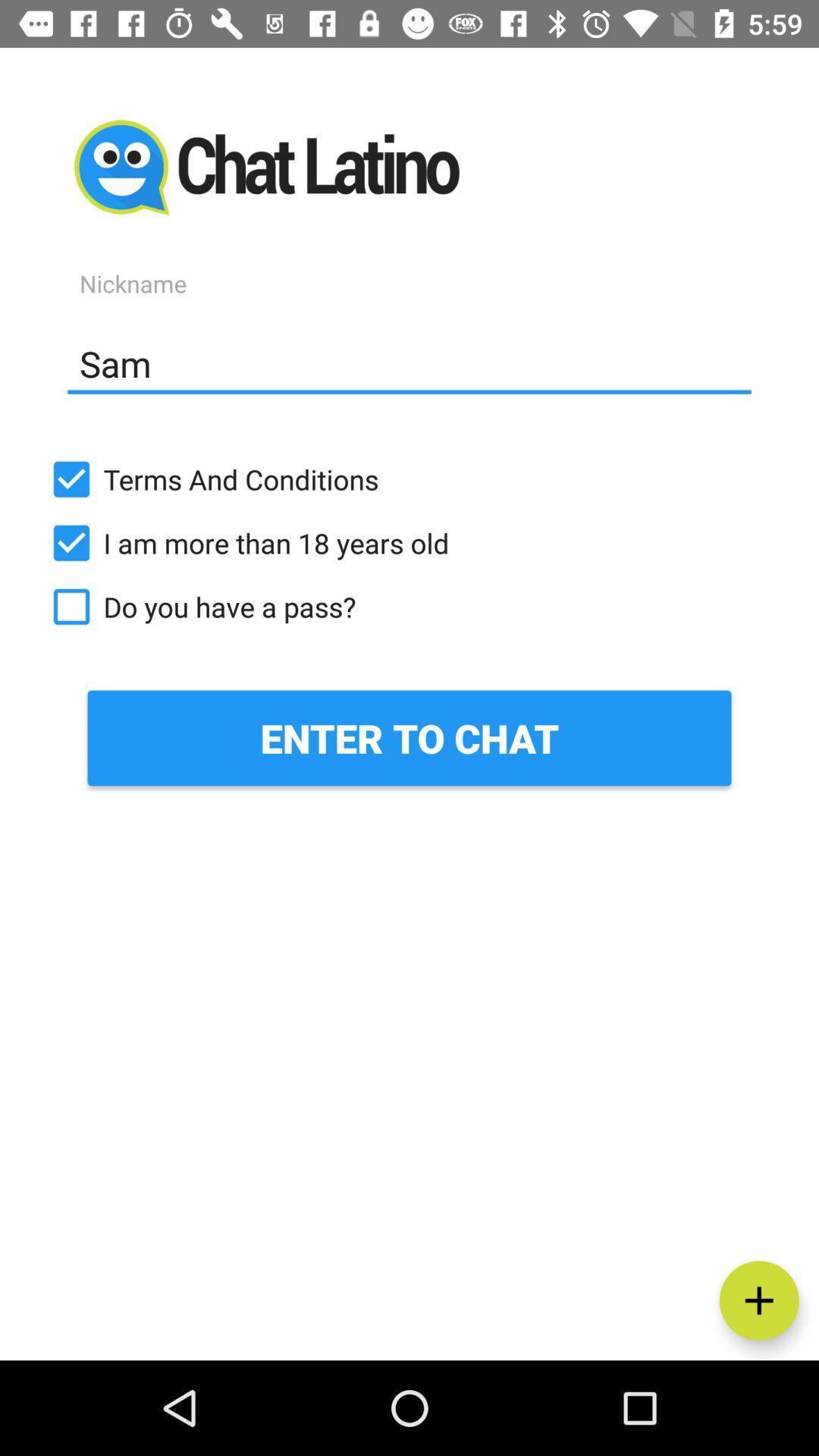 This screenshot has height=1456, width=819. I want to click on the icon above the enter to chat, so click(409, 607).